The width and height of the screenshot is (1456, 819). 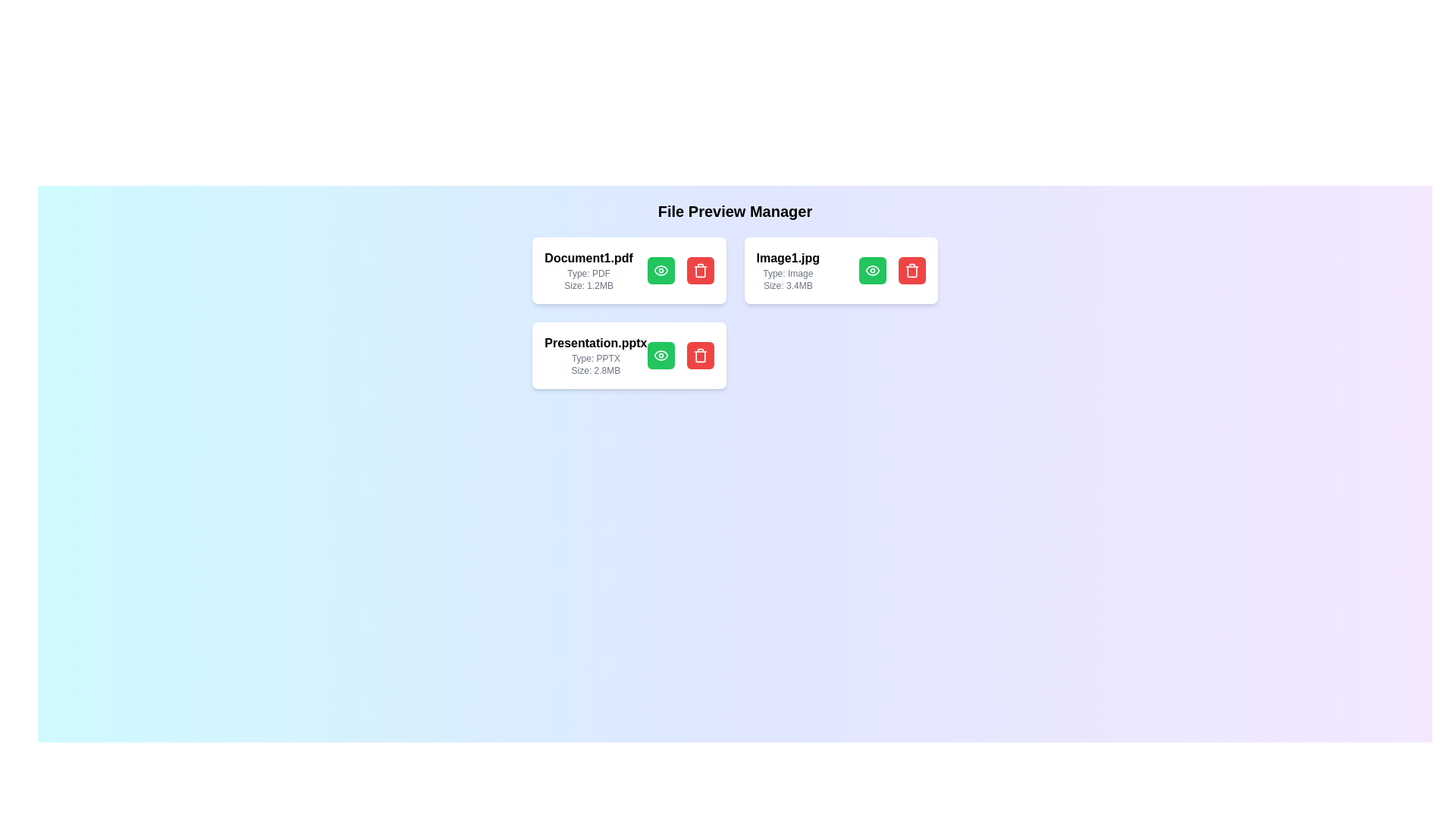 What do you see at coordinates (588, 257) in the screenshot?
I see `text displayed in the label that identifies the name of a file for preview, positioned above the 'Type: PDF' and 'Size: 1.2MB' lines of text` at bounding box center [588, 257].